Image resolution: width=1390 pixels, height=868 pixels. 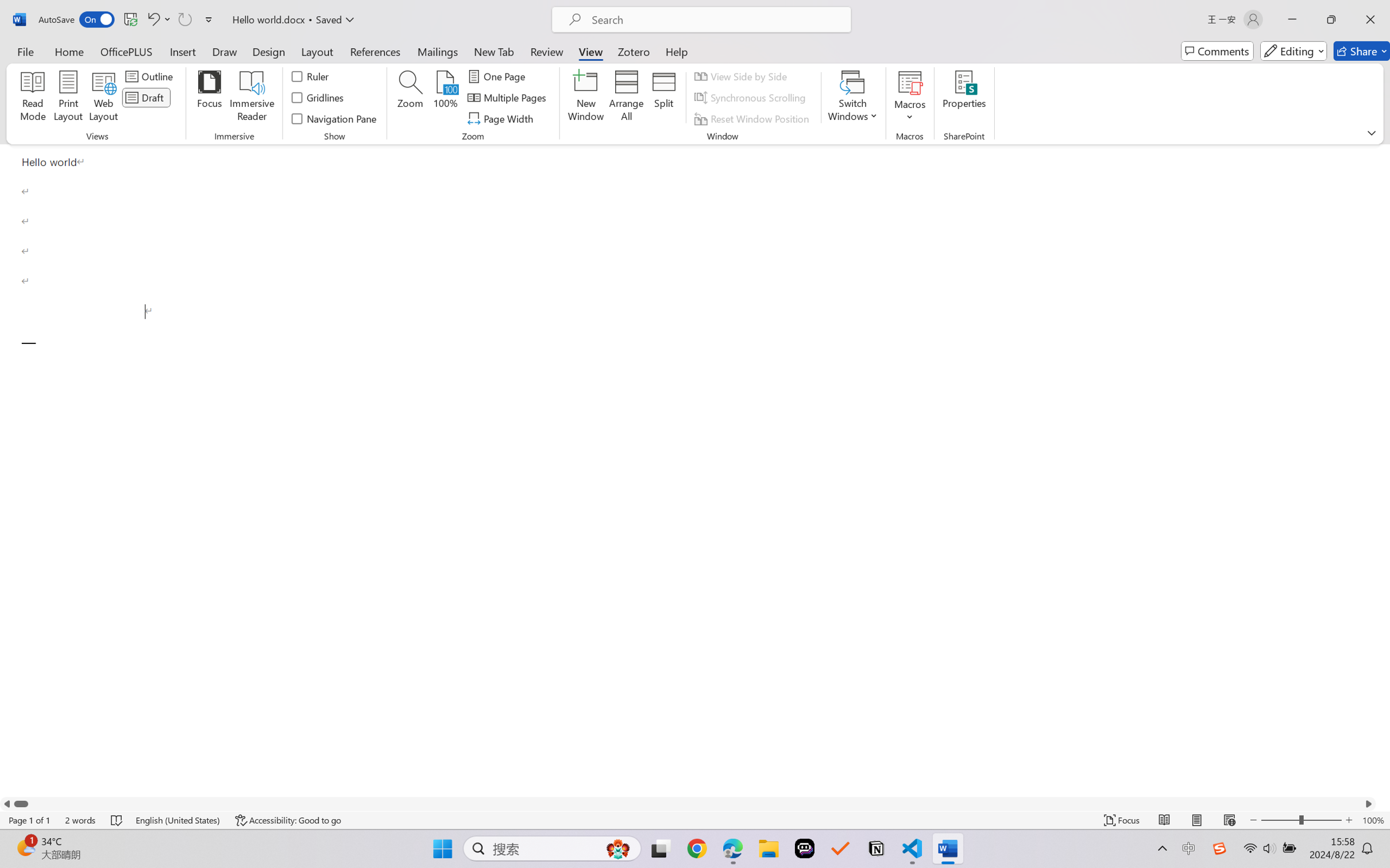 What do you see at coordinates (438, 51) in the screenshot?
I see `'Mailings'` at bounding box center [438, 51].